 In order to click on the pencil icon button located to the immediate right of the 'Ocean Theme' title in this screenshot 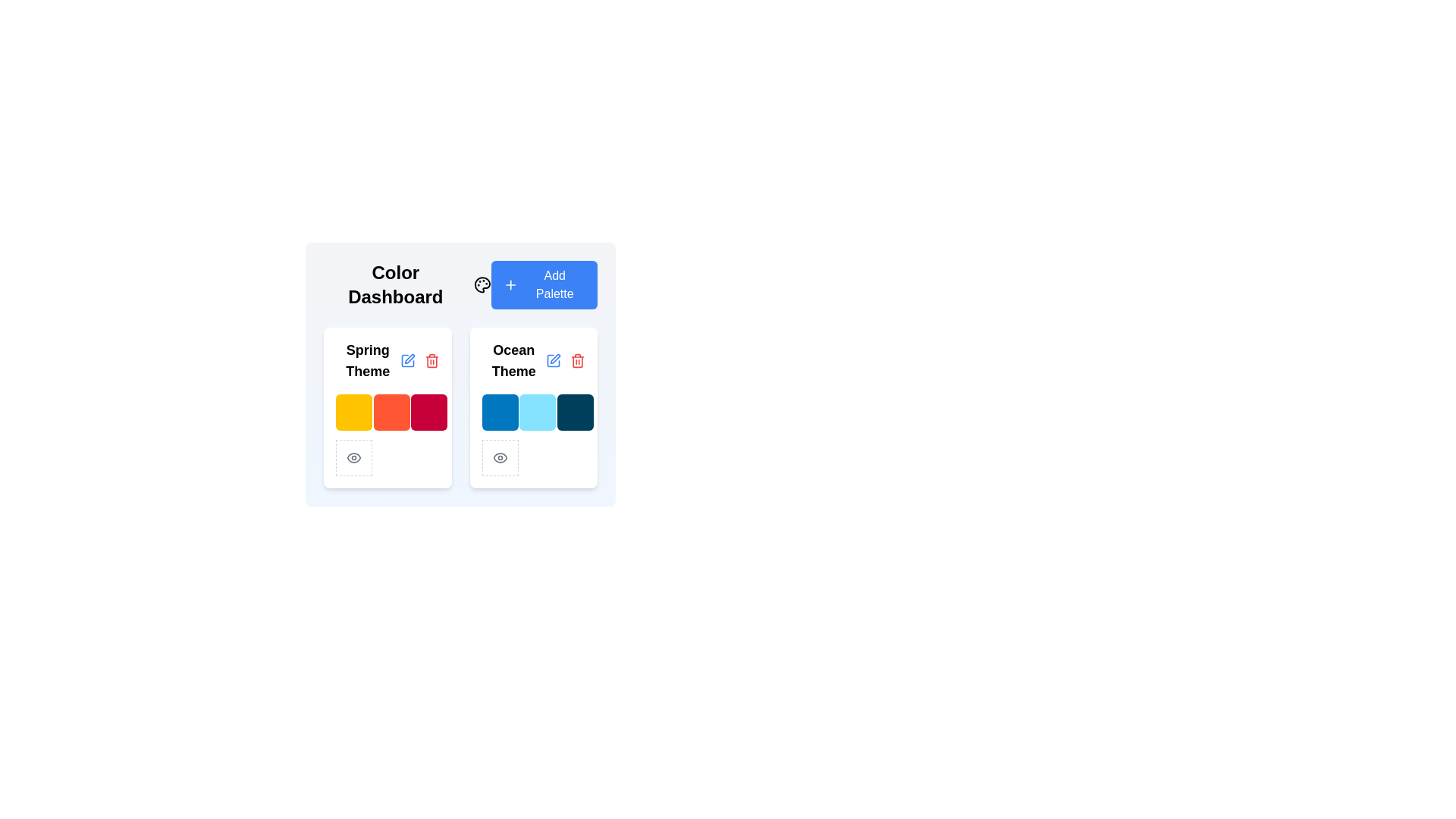, I will do `click(552, 360)`.